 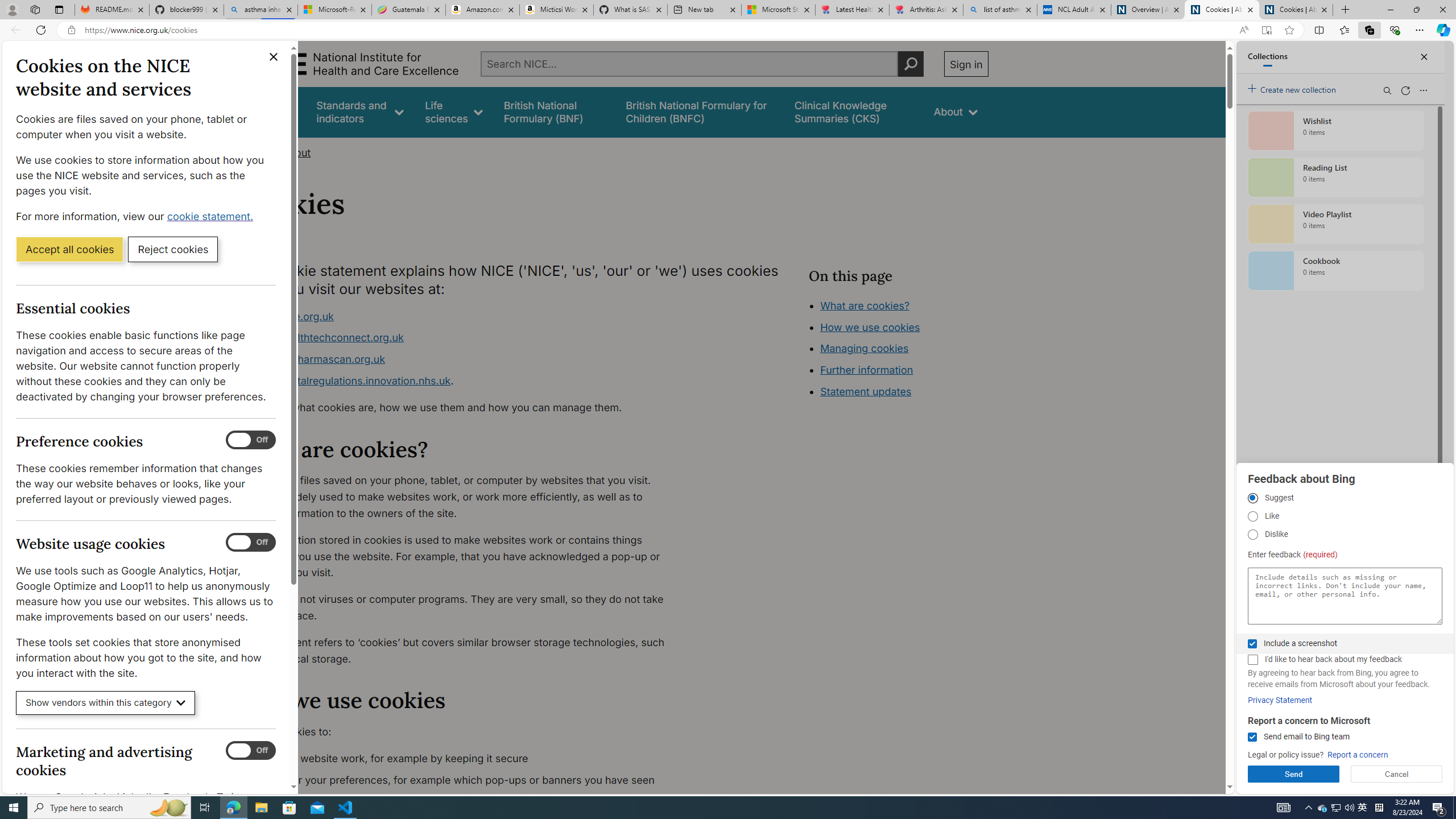 I want to click on 'Send email to Bing team', so click(x=1252, y=737).